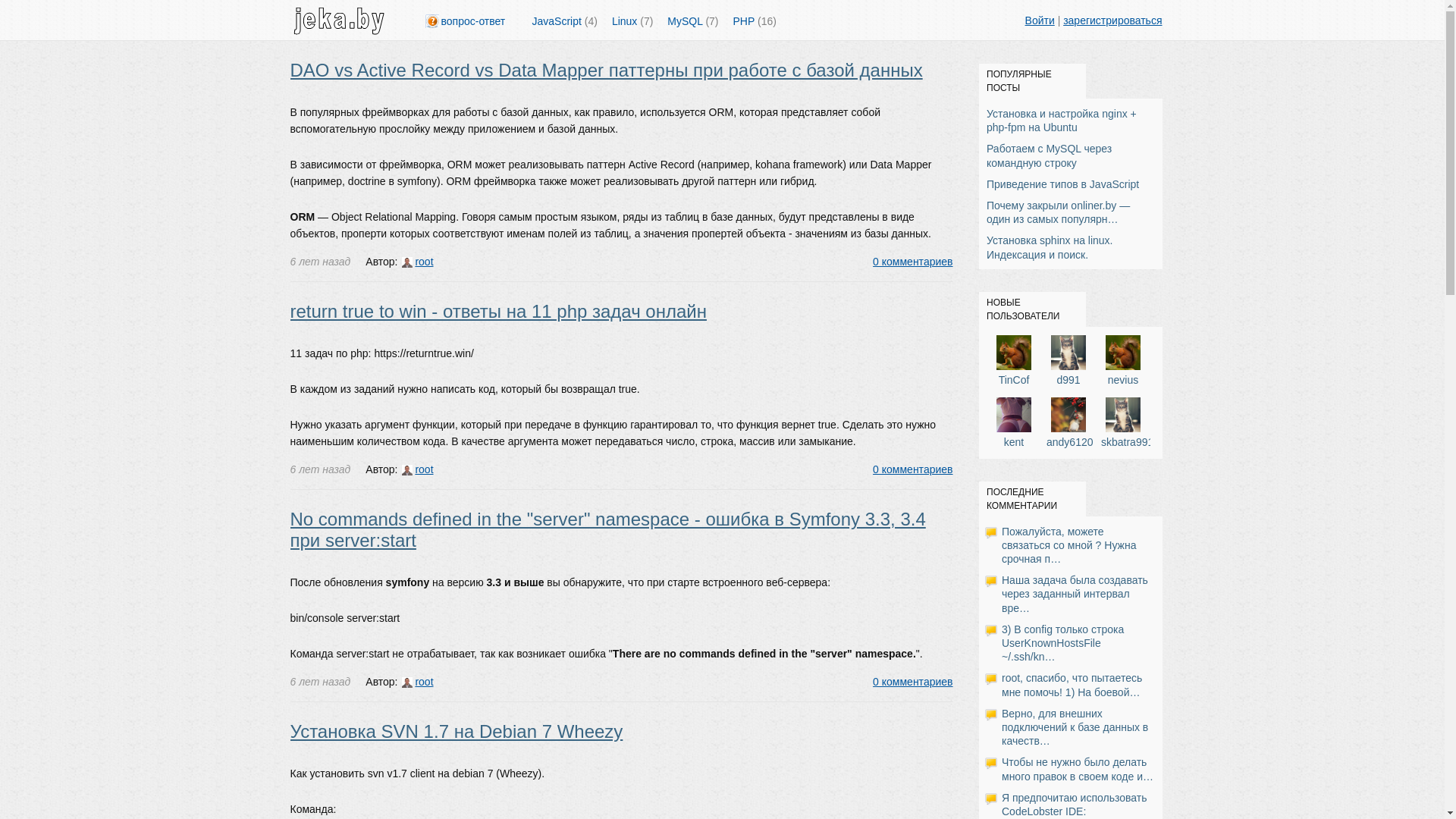 Image resolution: width=1456 pixels, height=819 pixels. Describe the element at coordinates (1069, 435) in the screenshot. I see `'andy6120'` at that location.